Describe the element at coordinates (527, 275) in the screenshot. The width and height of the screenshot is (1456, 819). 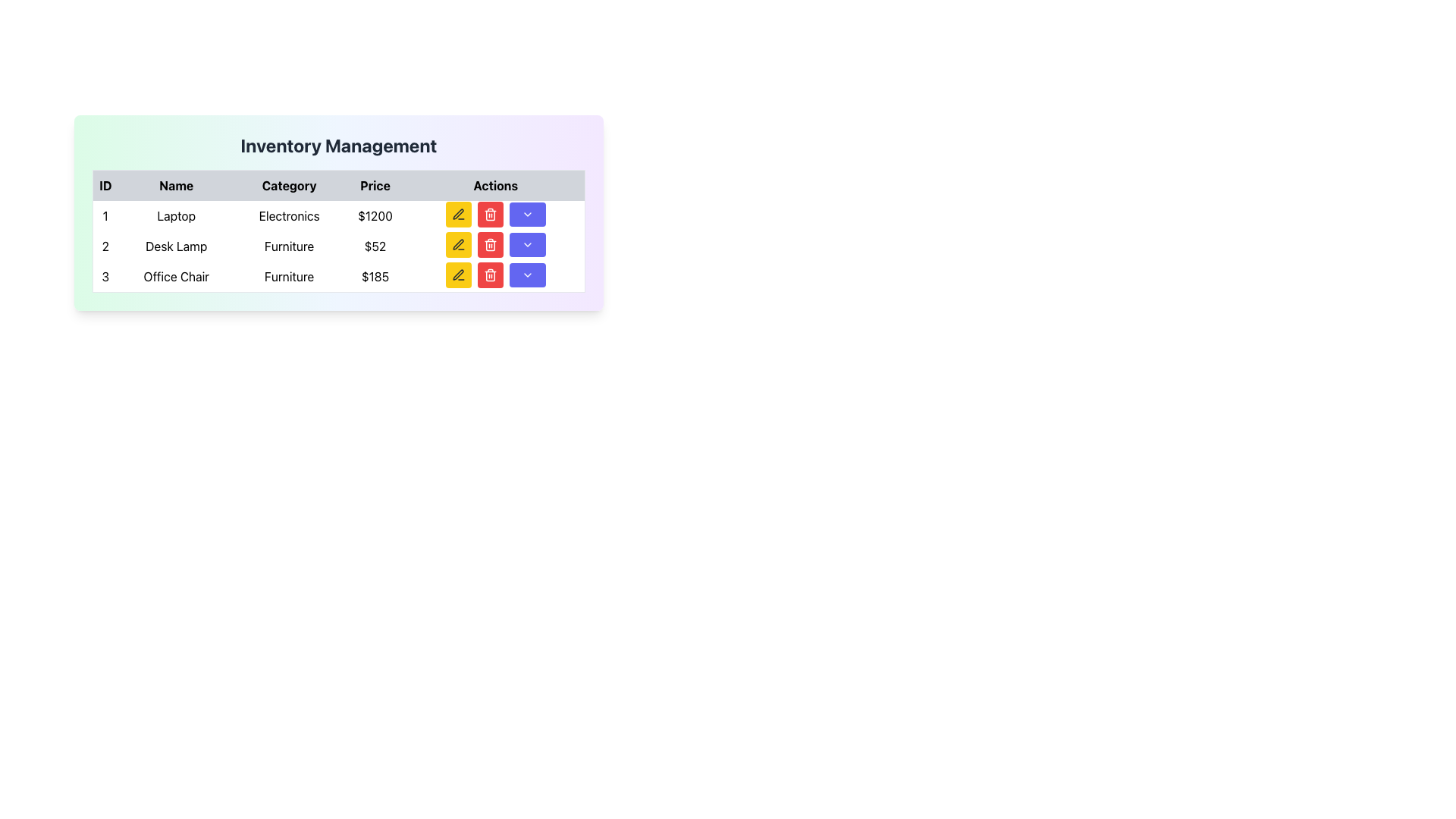
I see `the rectangular blue button with rounded corners and a downward-pointing chevron icon` at that location.